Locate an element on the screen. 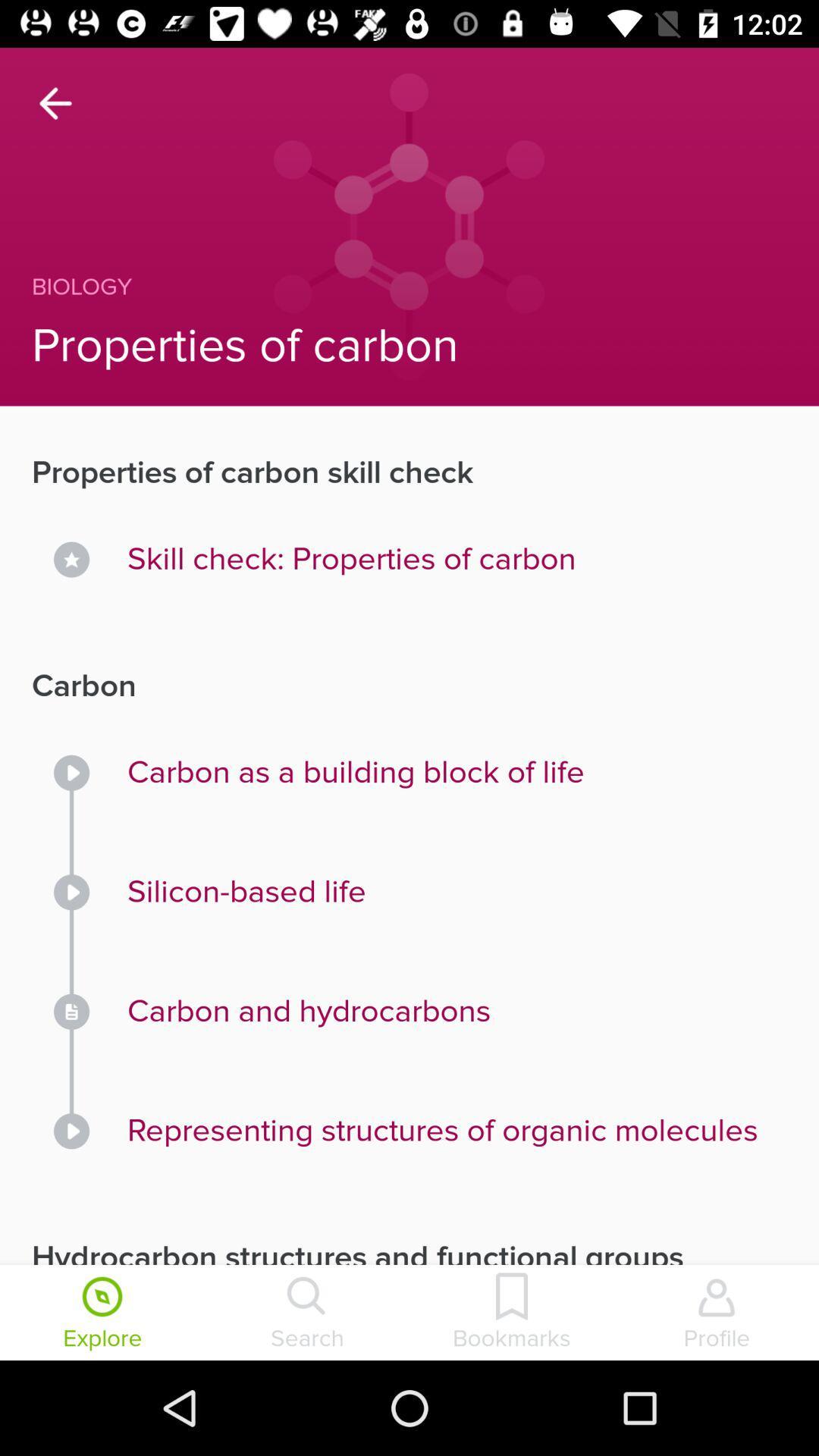 The width and height of the screenshot is (819, 1456). bookmarks is located at coordinates (512, 1313).